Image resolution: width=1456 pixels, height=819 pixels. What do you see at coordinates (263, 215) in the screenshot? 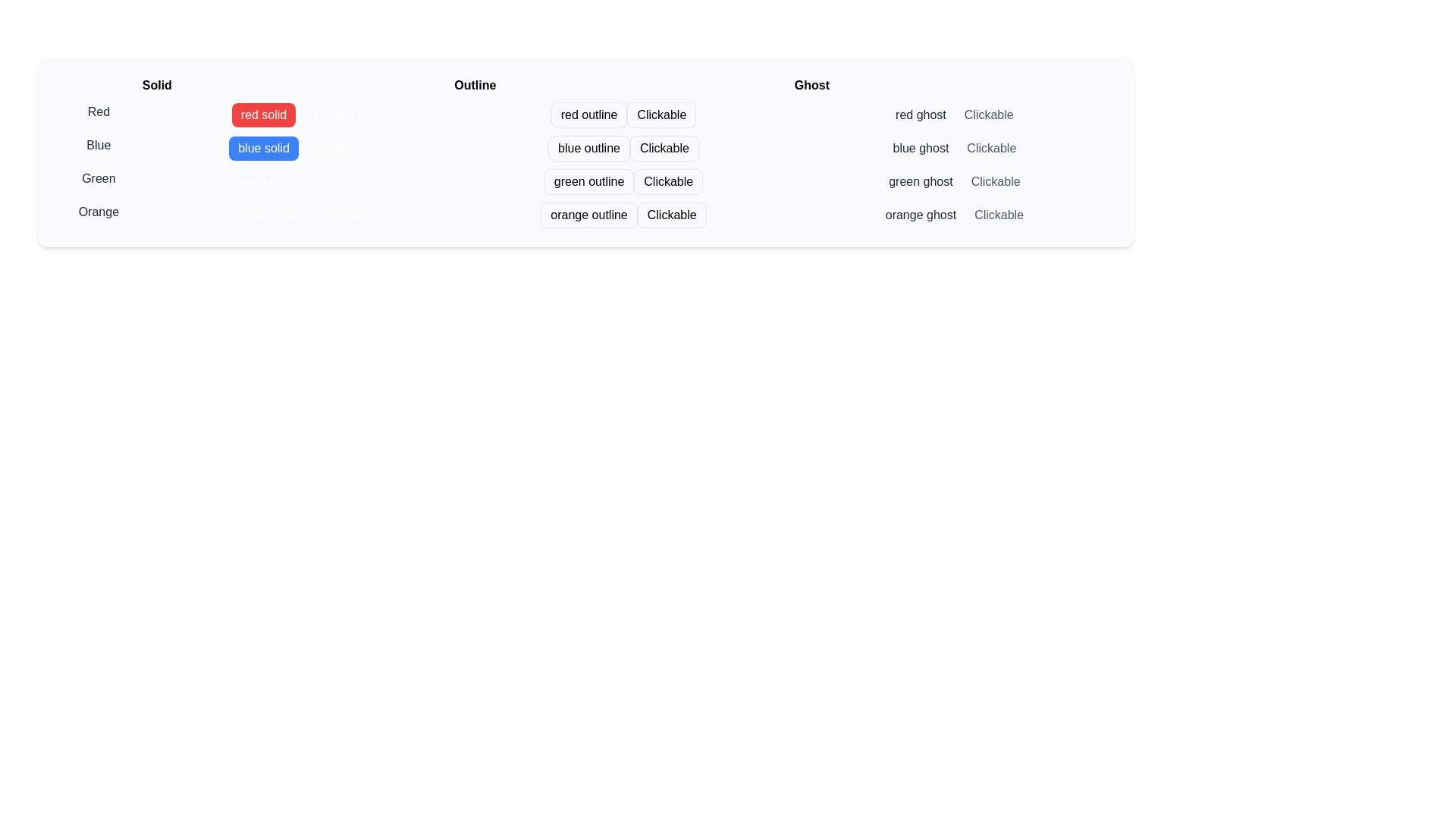
I see `the prominent orange button labeled 'orange solid' located under the 'Orange' section in the 'Solid' column, positioned to the left of the word 'Clickable'` at bounding box center [263, 215].